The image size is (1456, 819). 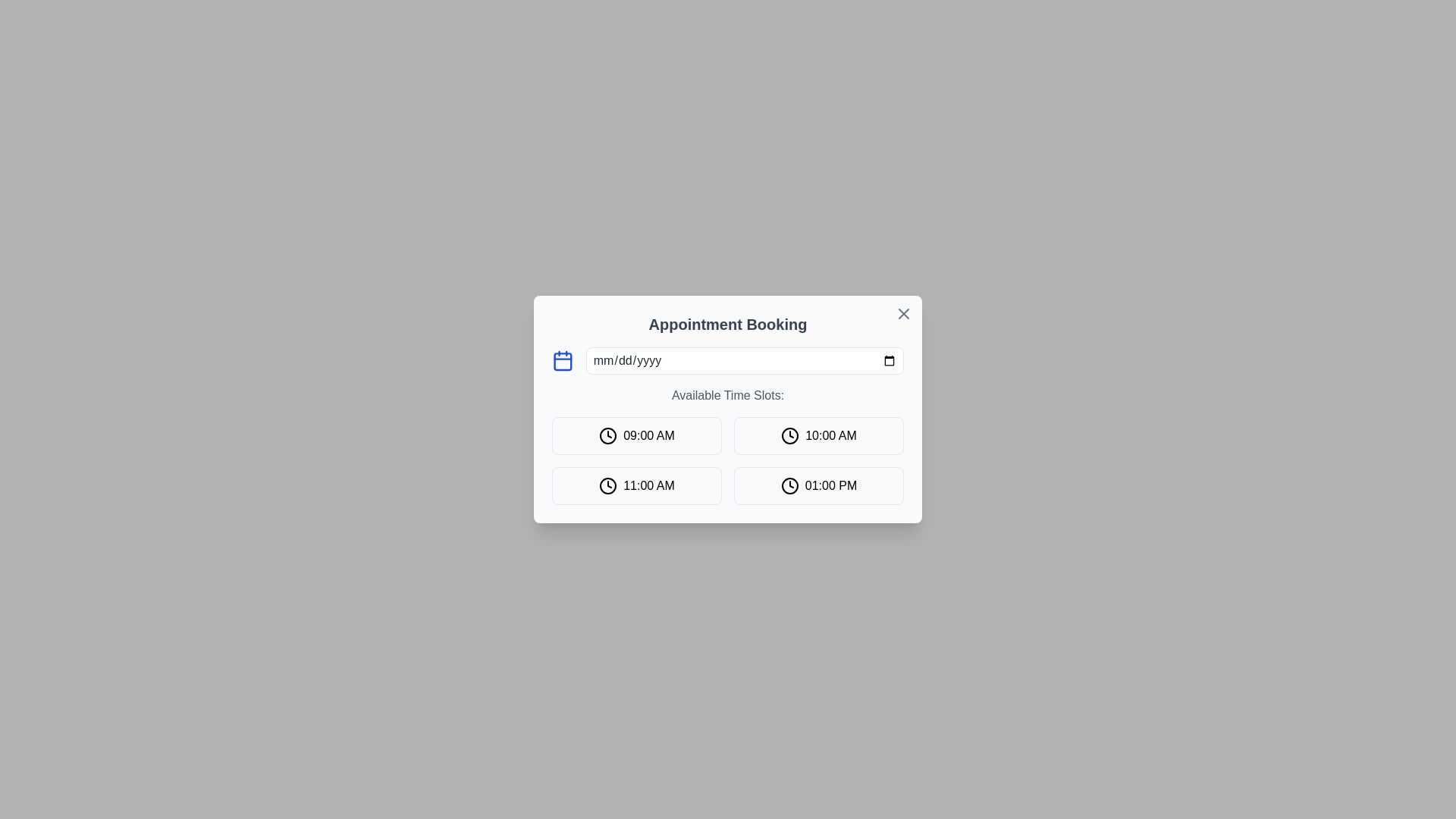 What do you see at coordinates (818, 485) in the screenshot?
I see `the interactive button displaying '01:00 PM' with a clock icon` at bounding box center [818, 485].